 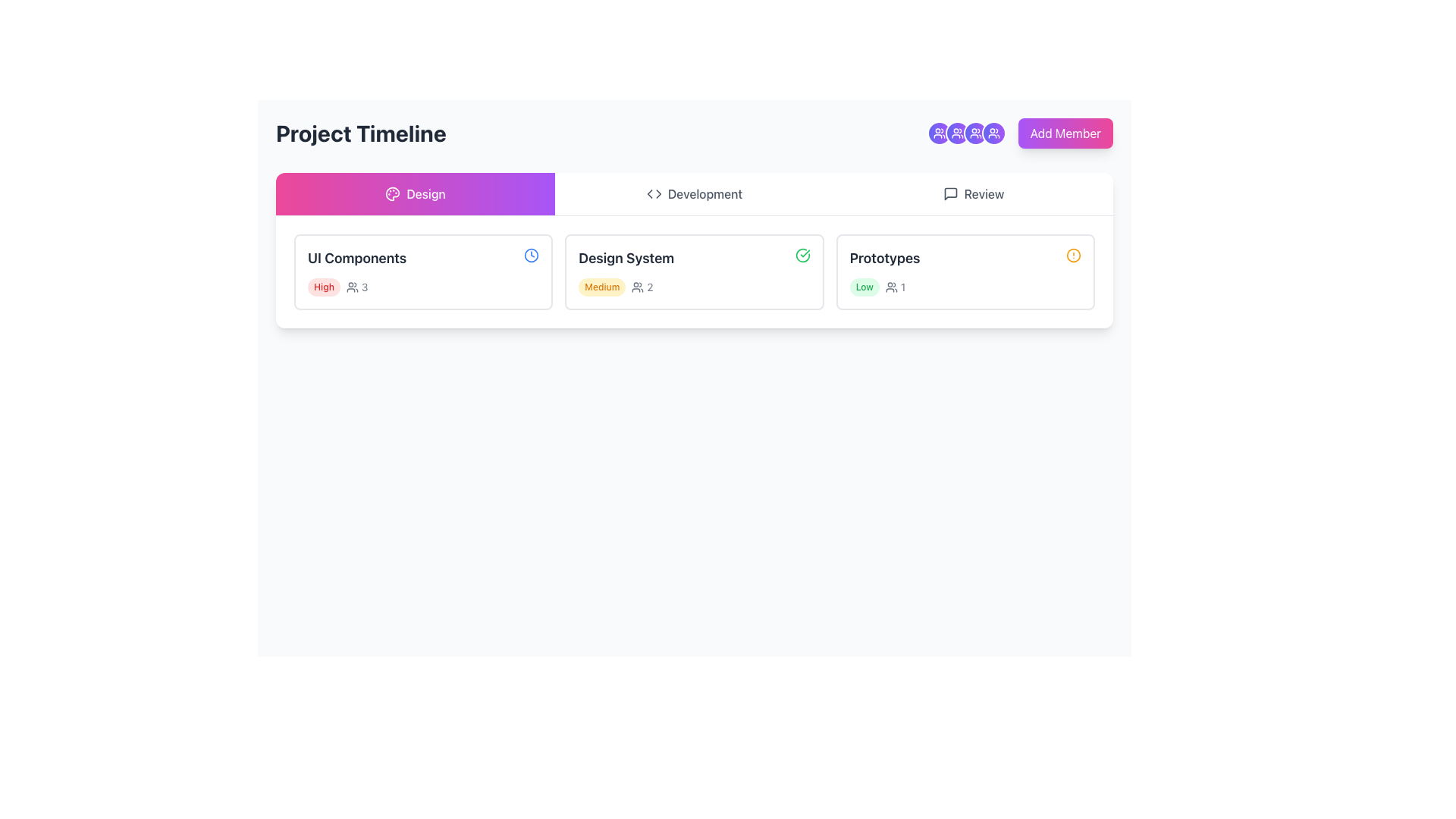 I want to click on the Text label indicating a feature or button related to reviewing tasks or projects, located on the right side of the interface near the top portion, so click(x=984, y=193).